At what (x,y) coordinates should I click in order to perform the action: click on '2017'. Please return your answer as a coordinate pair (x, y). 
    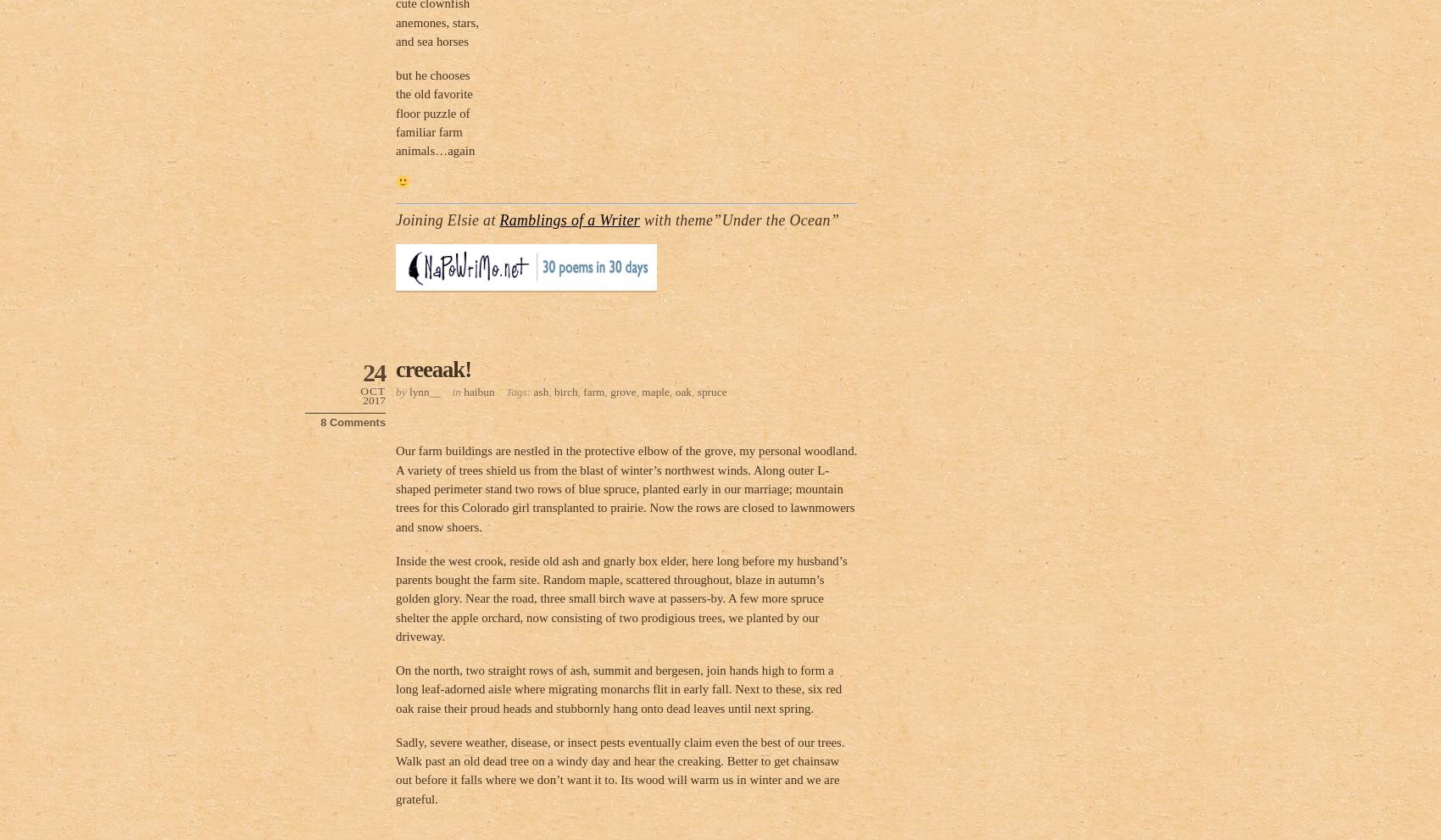
    Looking at the image, I should click on (374, 399).